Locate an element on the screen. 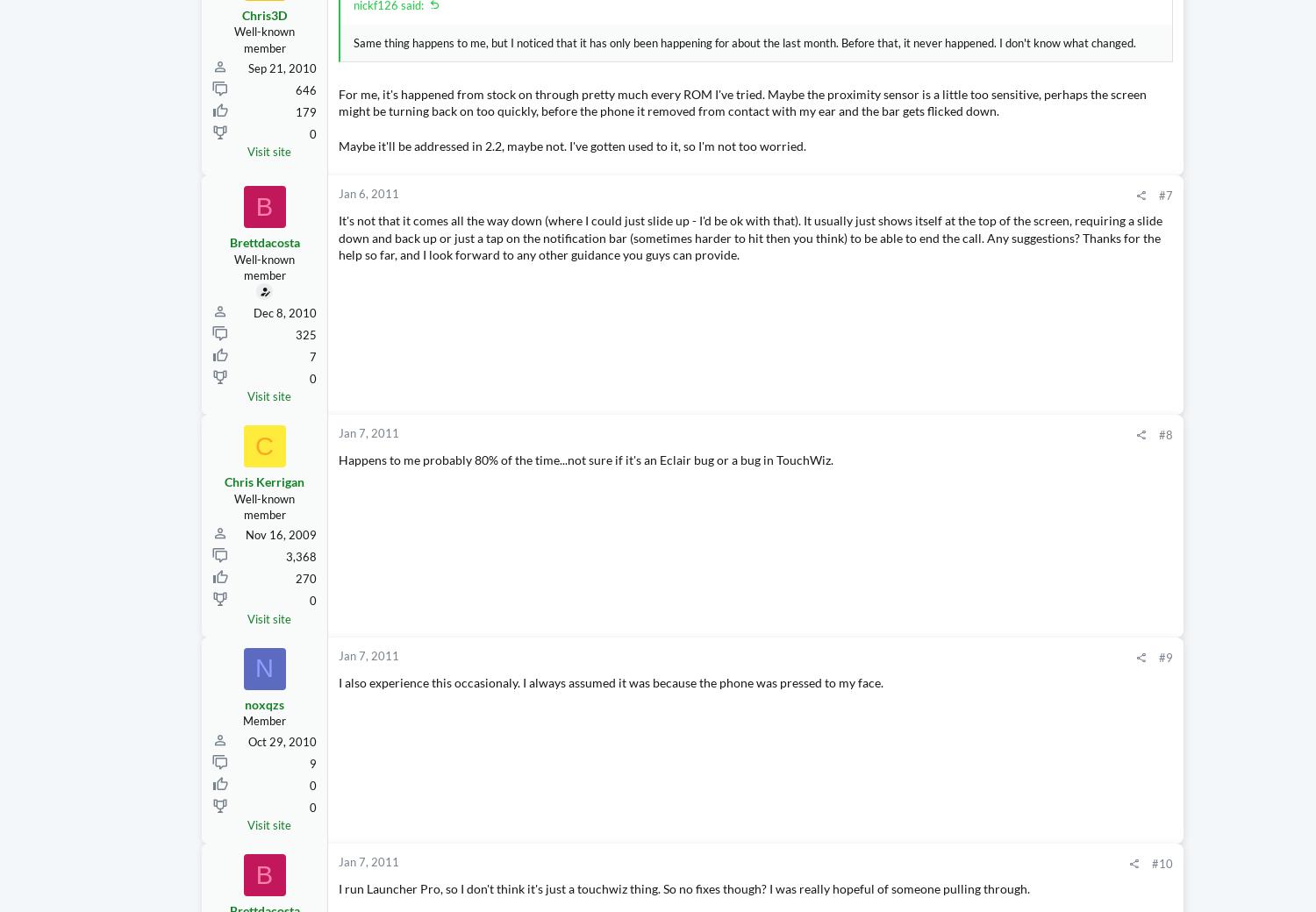 The height and width of the screenshot is (912, 1316). '#8' is located at coordinates (1000, 467).